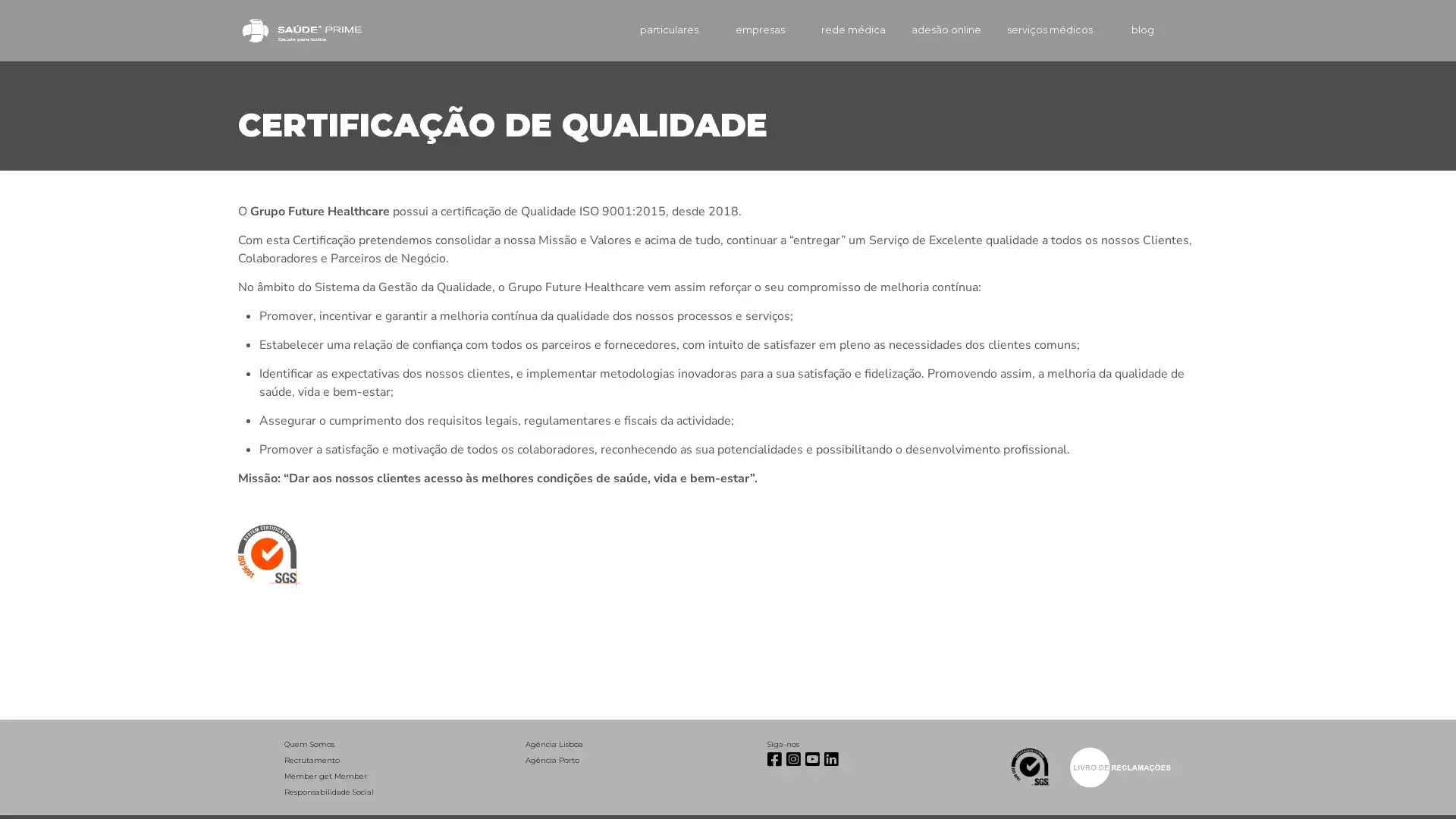 This screenshot has height=819, width=1456. I want to click on servicos medicos, so click(1040, 30).